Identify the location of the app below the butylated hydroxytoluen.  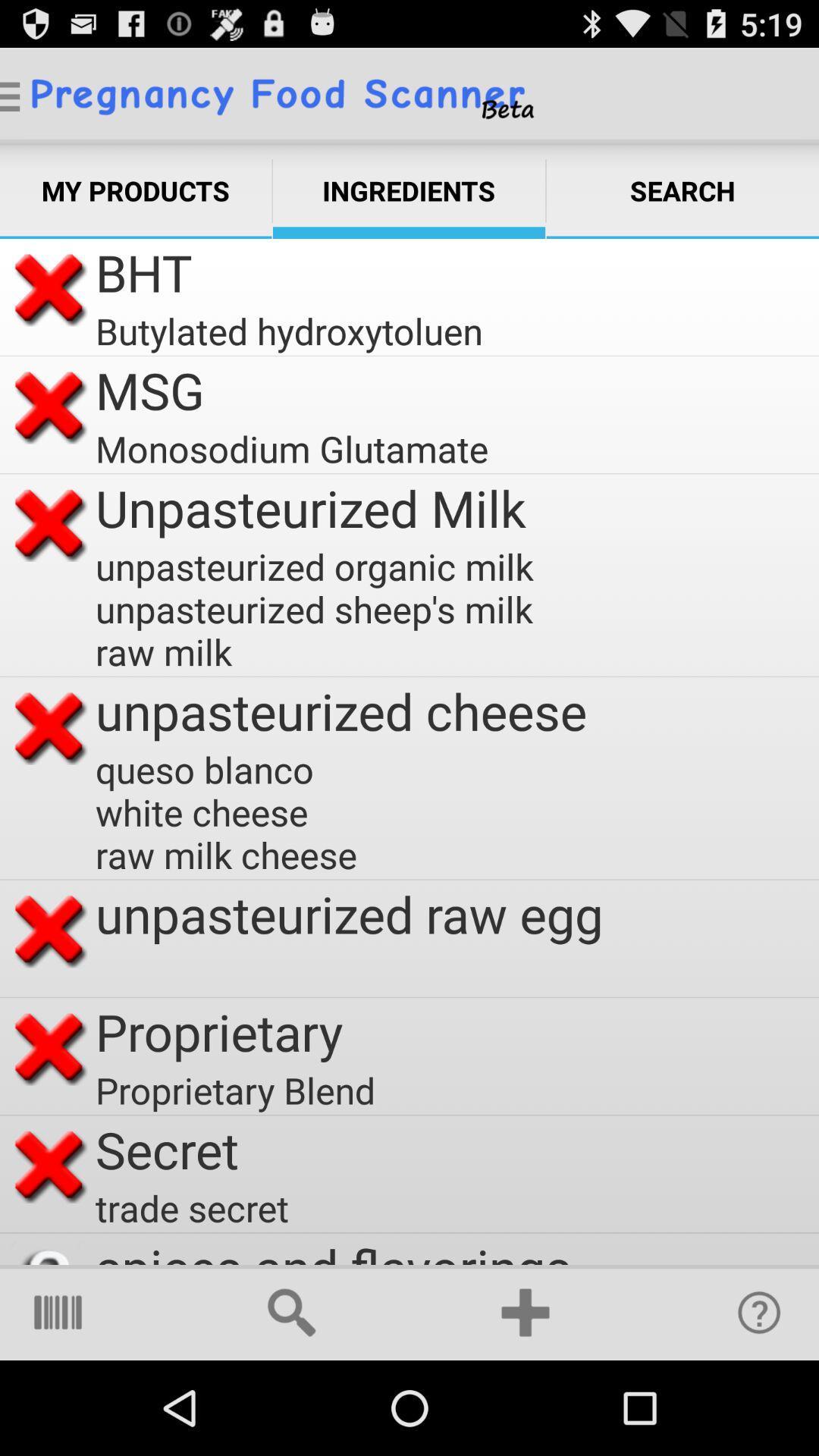
(149, 390).